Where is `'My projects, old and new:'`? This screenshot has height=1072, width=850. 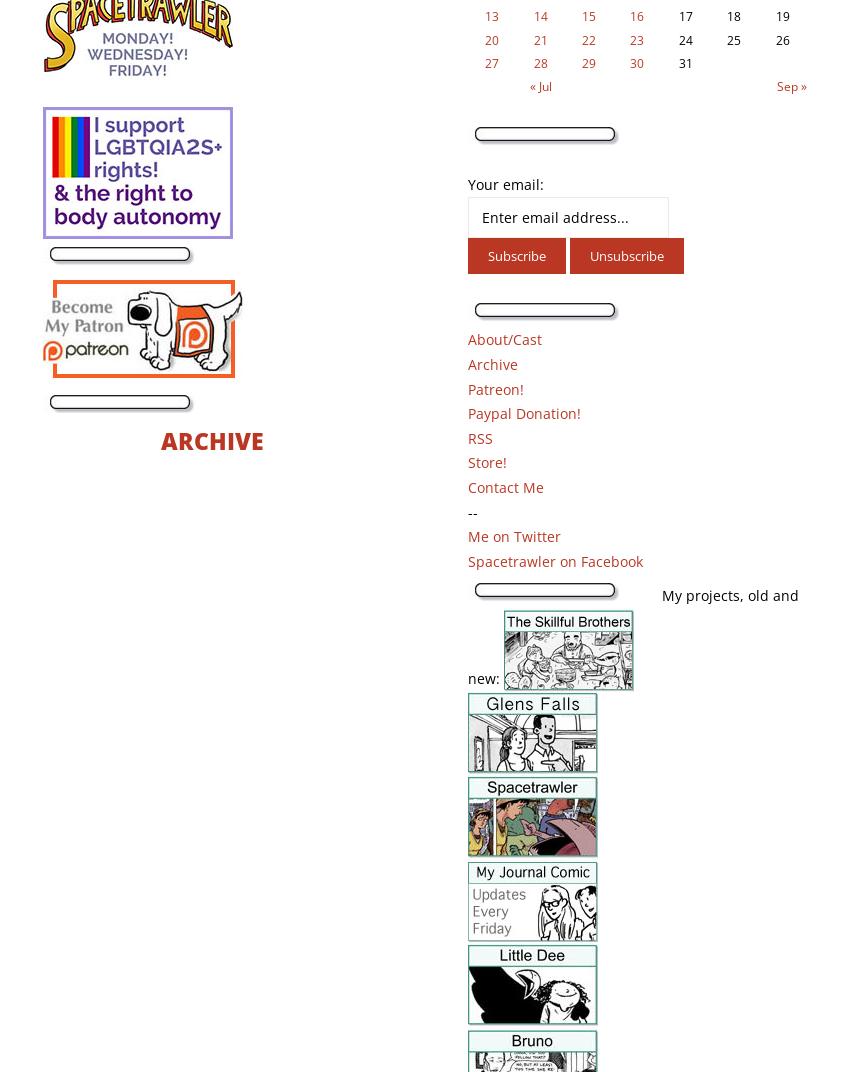
'My projects, old and new:' is located at coordinates (631, 636).